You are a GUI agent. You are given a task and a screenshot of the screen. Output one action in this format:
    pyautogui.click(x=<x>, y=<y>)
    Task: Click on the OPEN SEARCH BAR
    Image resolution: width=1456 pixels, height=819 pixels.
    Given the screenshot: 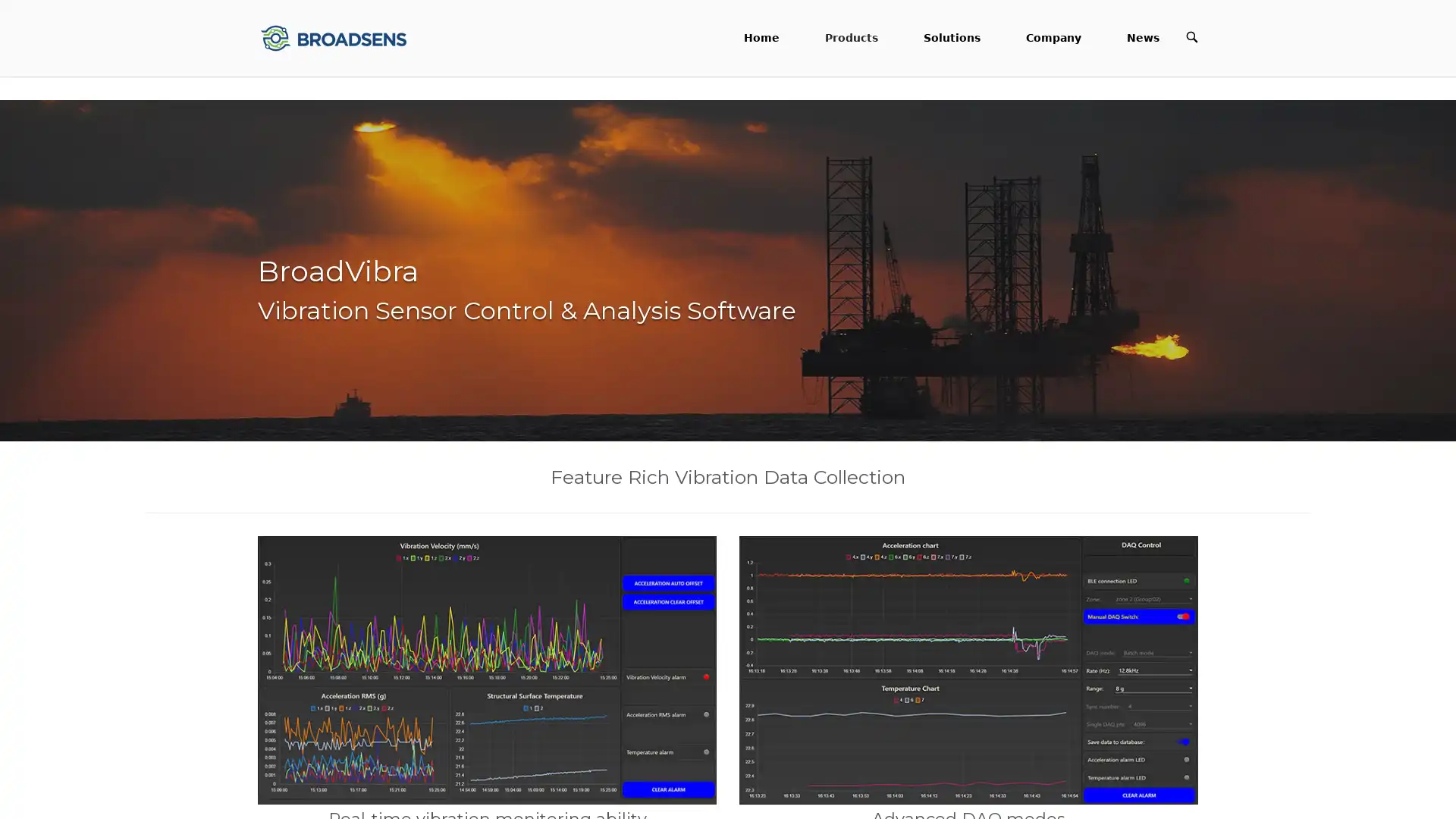 What is the action you would take?
    pyautogui.click(x=1191, y=36)
    